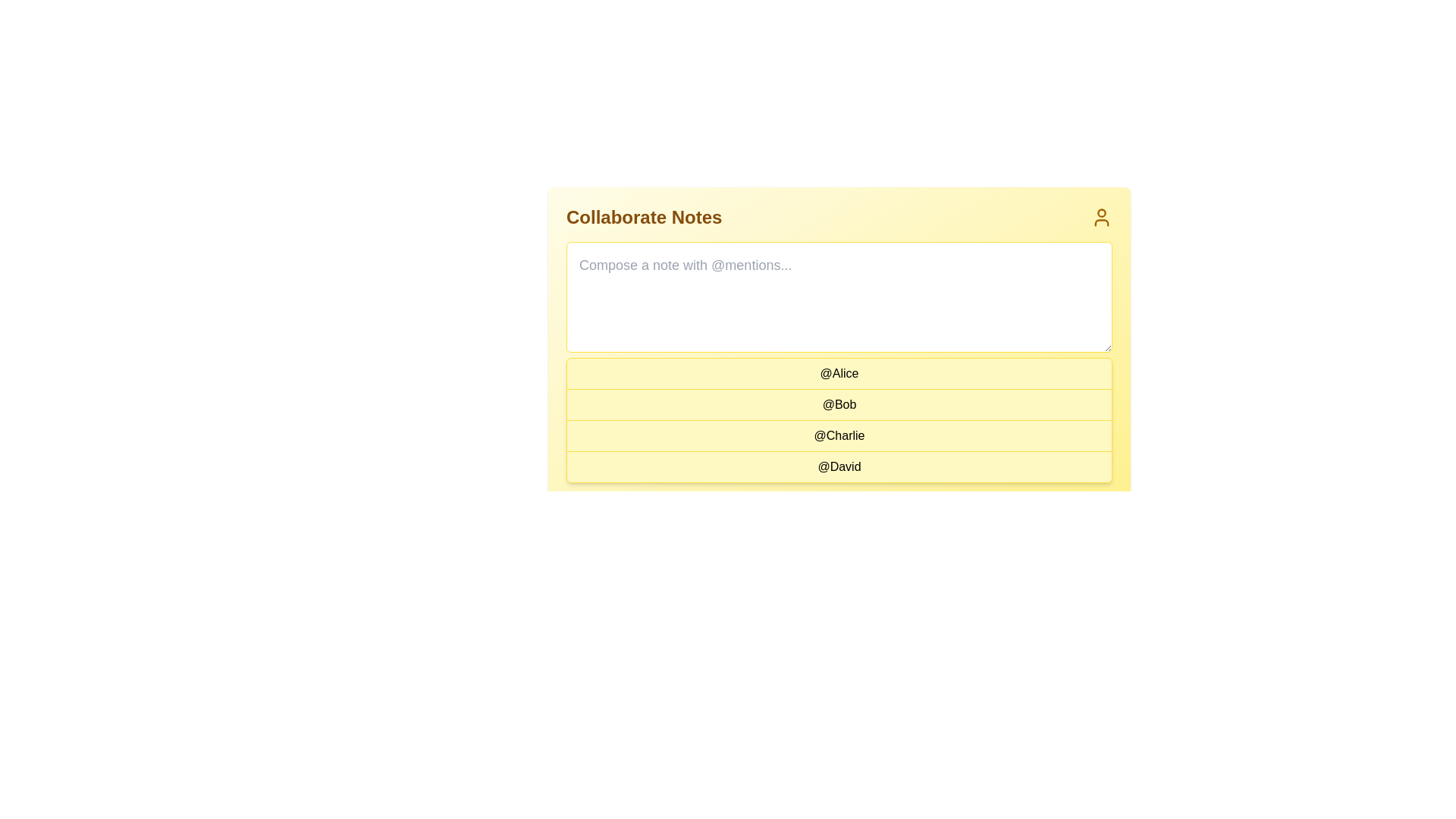  What do you see at coordinates (1102, 217) in the screenshot?
I see `the user icon in the top-right corner of the 'Collaborate Notes' section, which is a minimalistic outline drawing of a person styled in yellow` at bounding box center [1102, 217].